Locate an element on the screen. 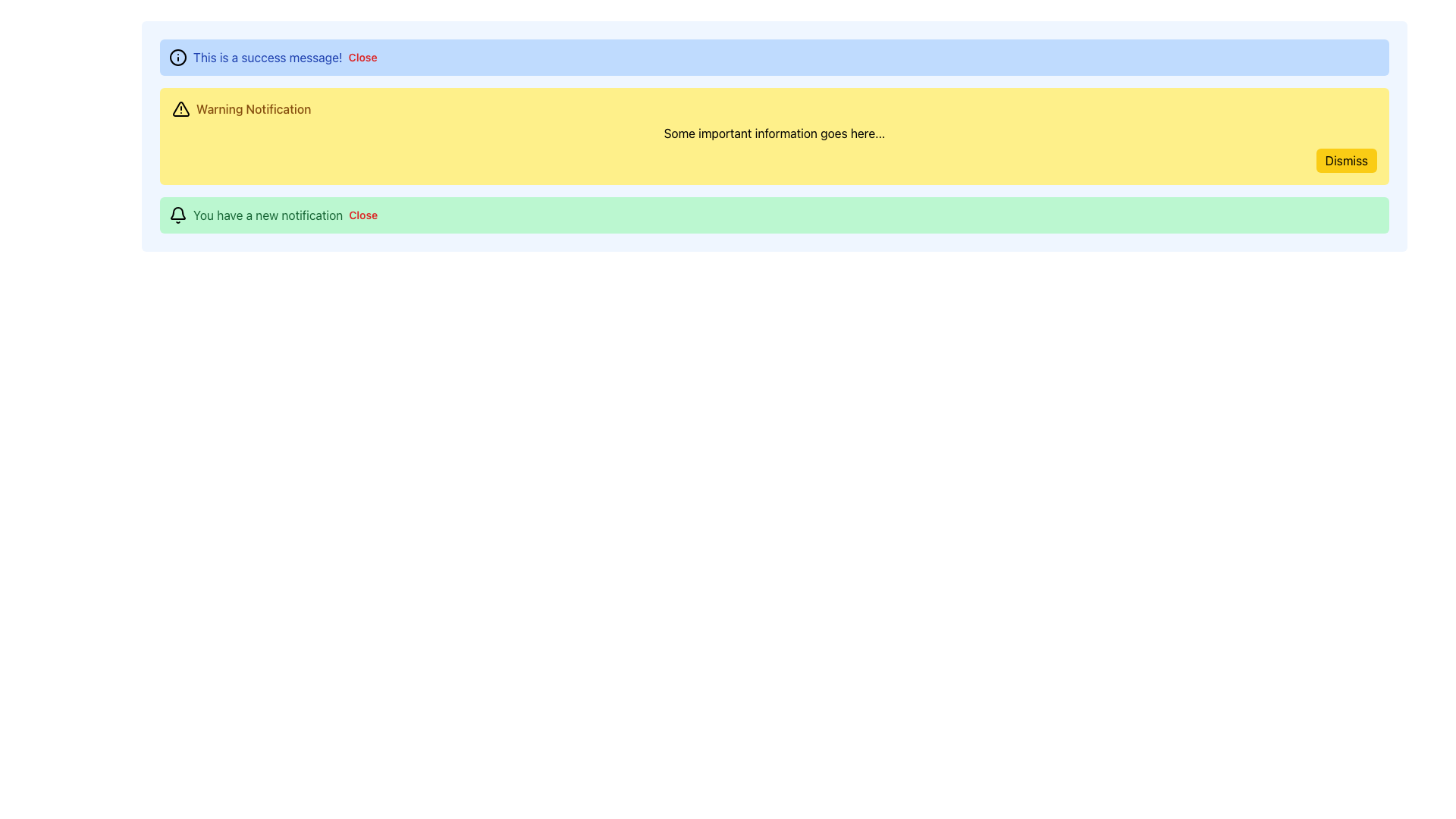 The image size is (1456, 819). the triangular warning icon in the yellow notification bar labeled 'Warning Notification' to identify its alerting function is located at coordinates (181, 108).